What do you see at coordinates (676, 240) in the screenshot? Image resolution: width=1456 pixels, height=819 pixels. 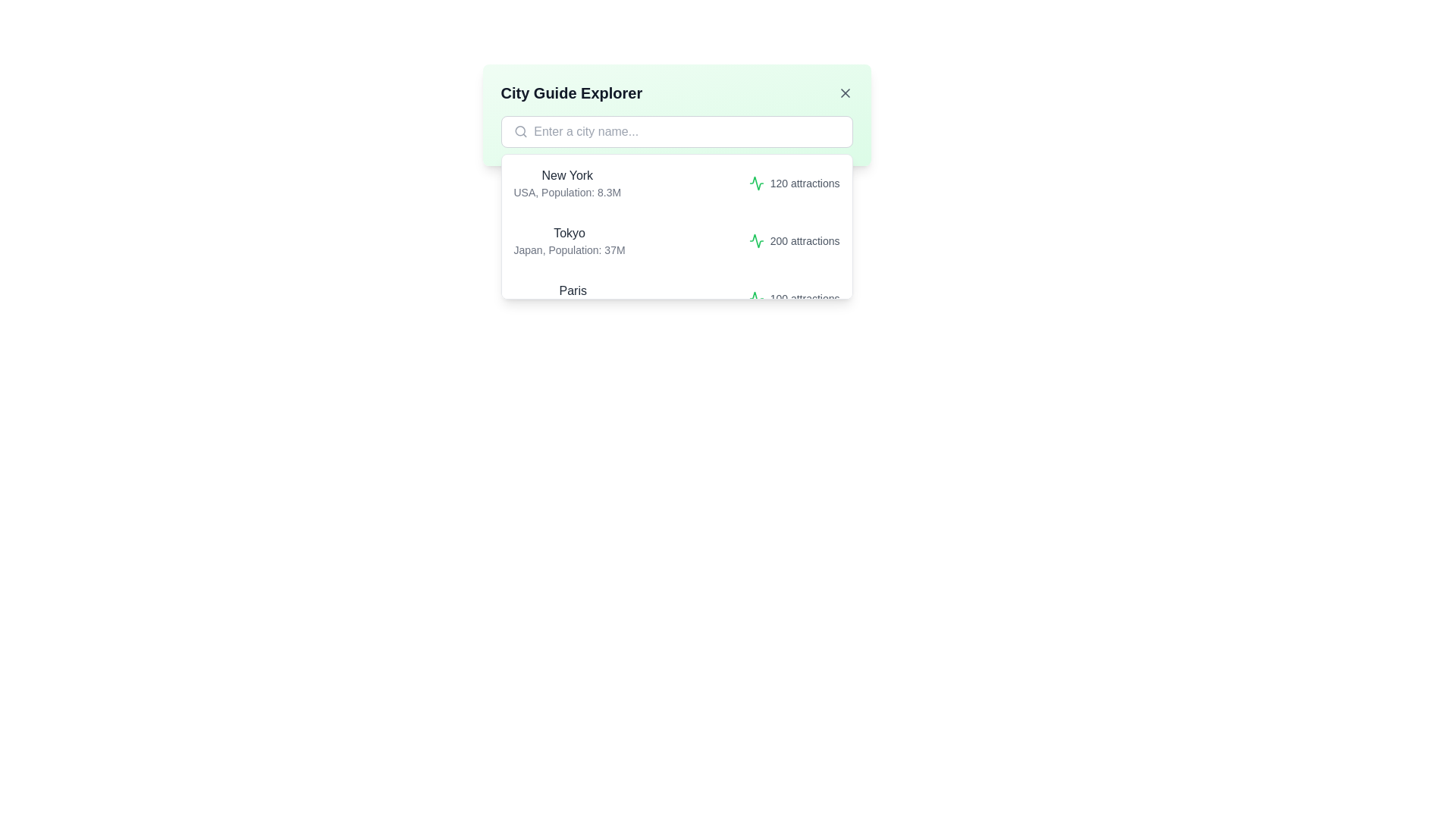 I see `the second city option in the 'City Guide Explorer' dropdown menu` at bounding box center [676, 240].